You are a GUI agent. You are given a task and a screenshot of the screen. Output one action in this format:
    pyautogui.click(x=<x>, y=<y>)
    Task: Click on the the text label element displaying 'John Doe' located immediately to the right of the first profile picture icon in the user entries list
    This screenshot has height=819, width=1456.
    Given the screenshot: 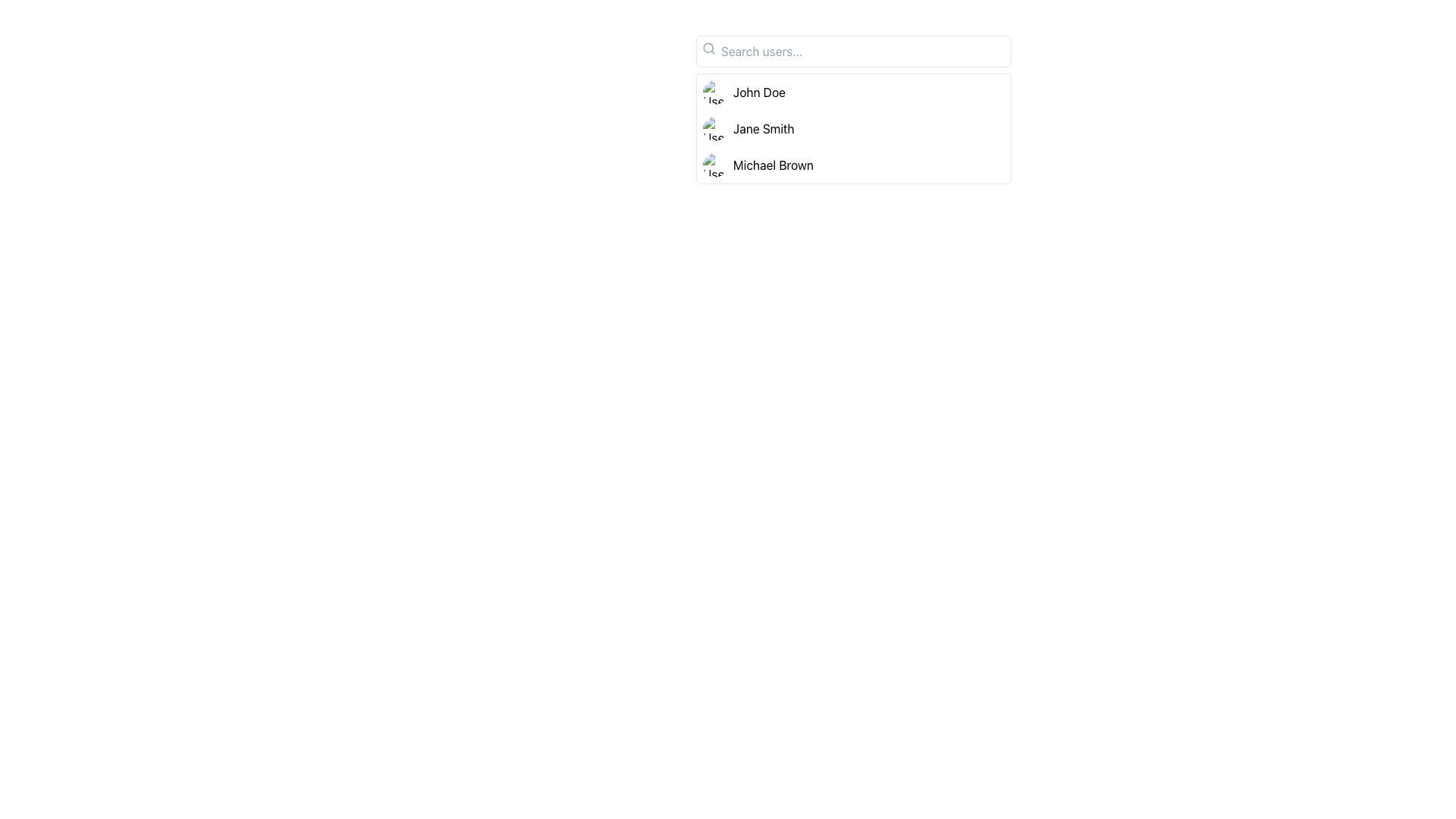 What is the action you would take?
    pyautogui.click(x=759, y=93)
    